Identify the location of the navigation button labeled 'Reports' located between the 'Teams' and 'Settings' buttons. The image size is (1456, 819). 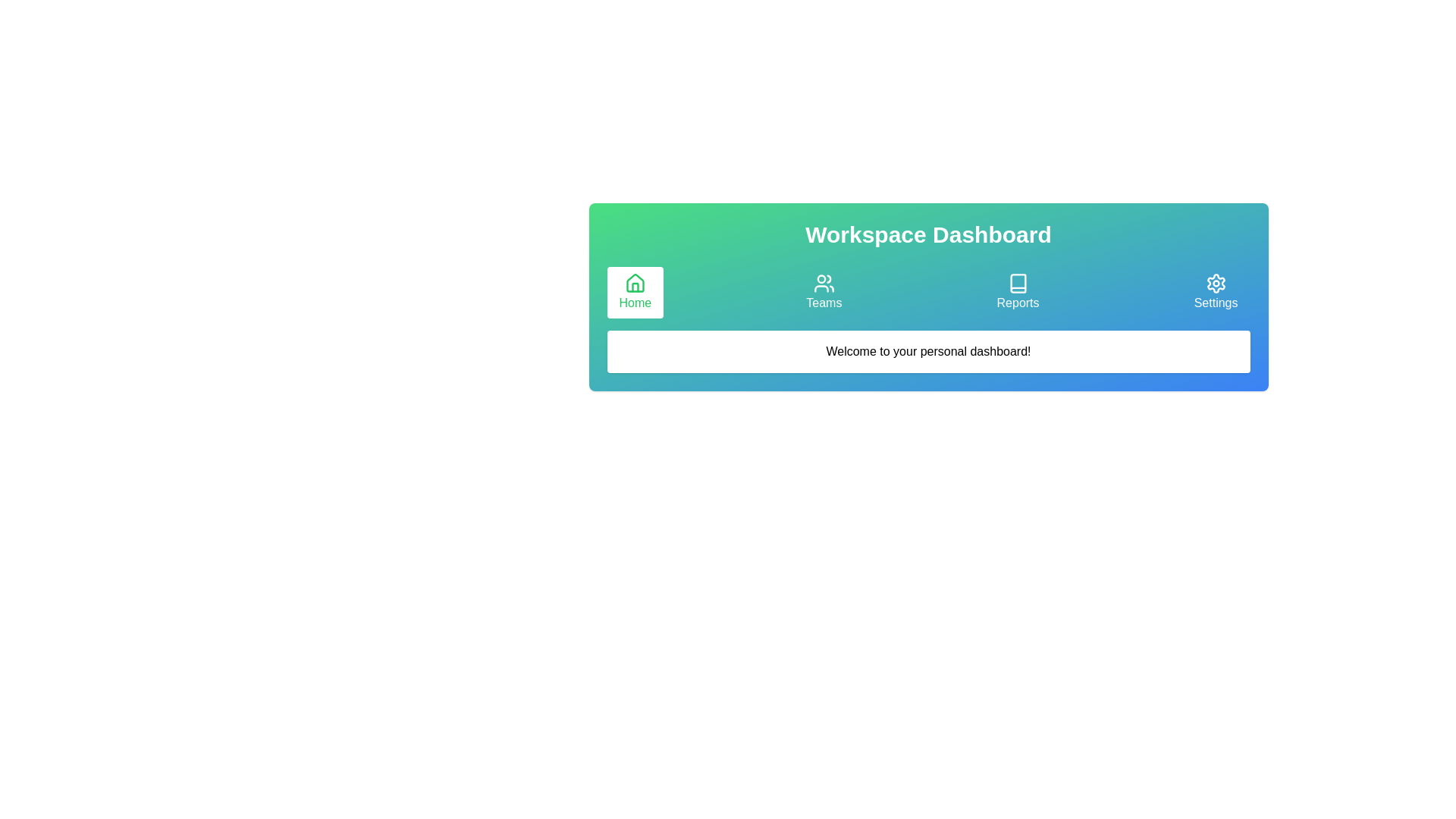
(1018, 292).